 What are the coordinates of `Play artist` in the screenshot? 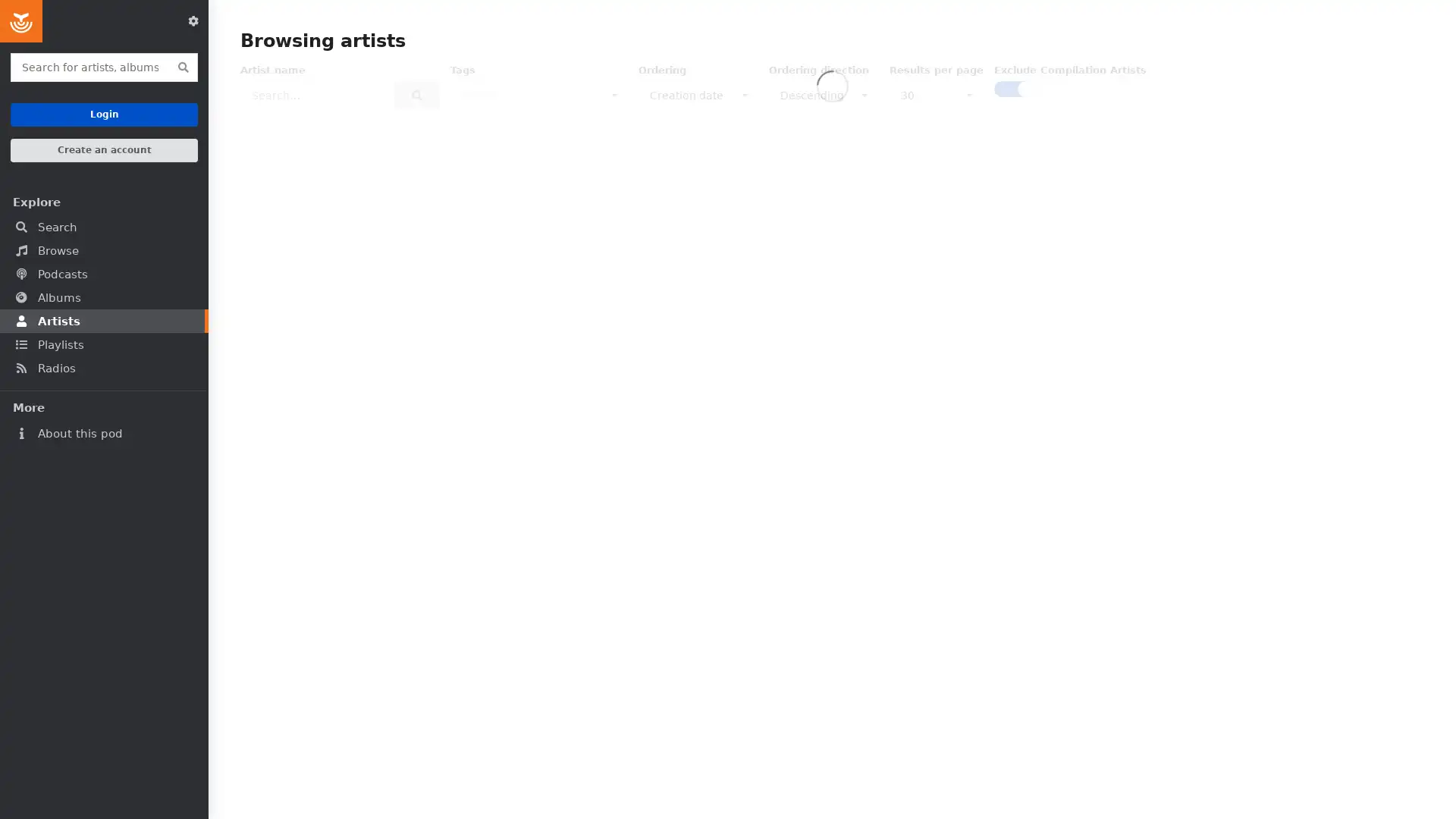 It's located at (1026, 785).